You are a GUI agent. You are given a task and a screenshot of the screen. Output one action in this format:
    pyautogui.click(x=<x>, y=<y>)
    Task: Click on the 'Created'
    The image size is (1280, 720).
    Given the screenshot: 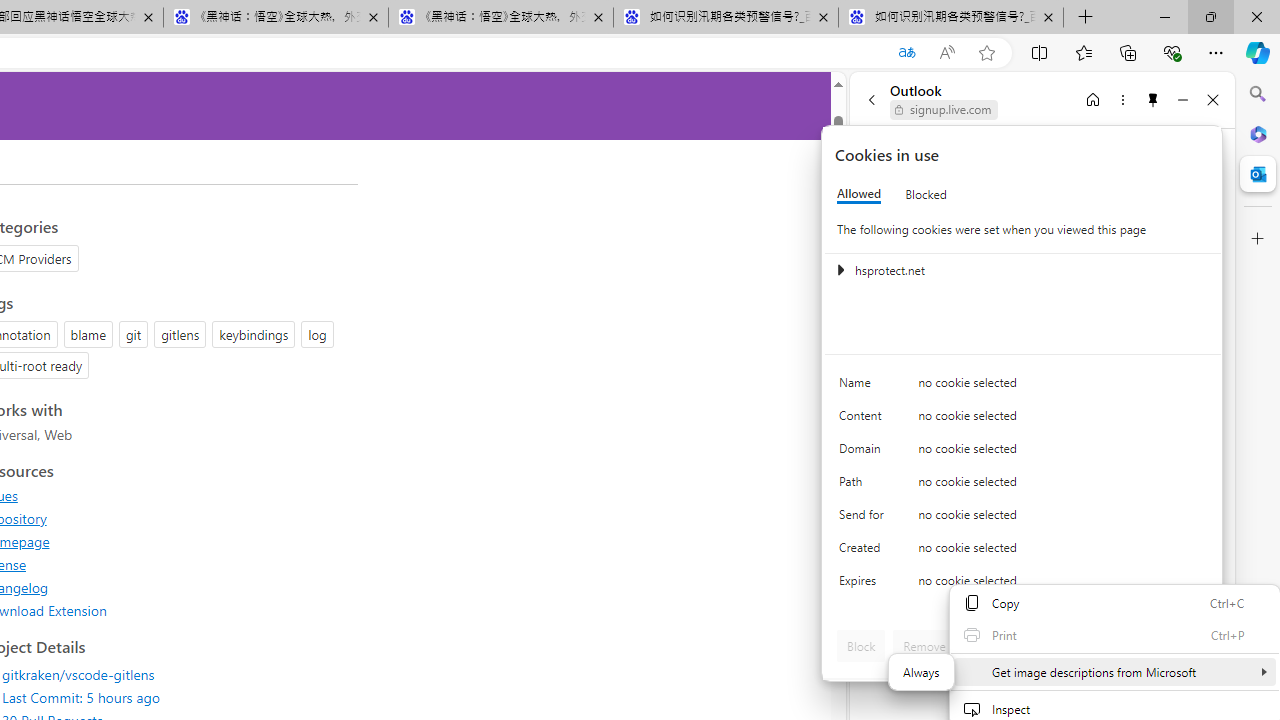 What is the action you would take?
    pyautogui.click(x=865, y=552)
    